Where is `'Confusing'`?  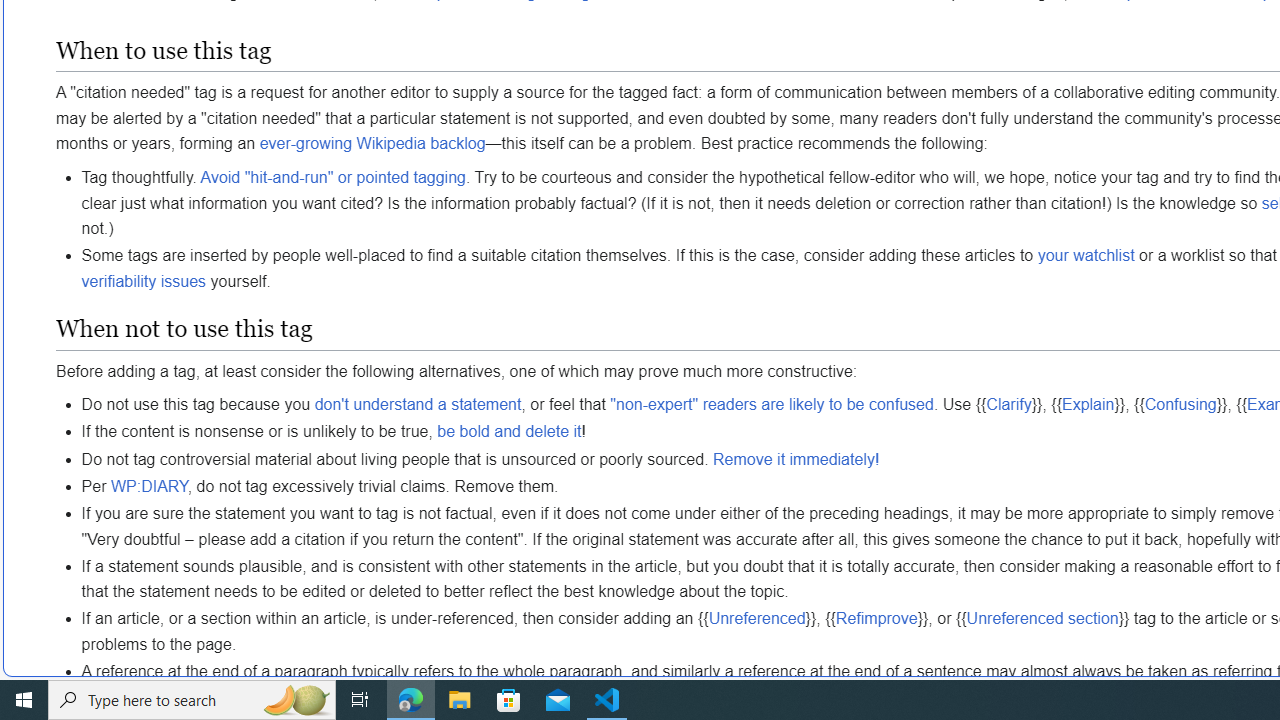 'Confusing' is located at coordinates (1180, 405).